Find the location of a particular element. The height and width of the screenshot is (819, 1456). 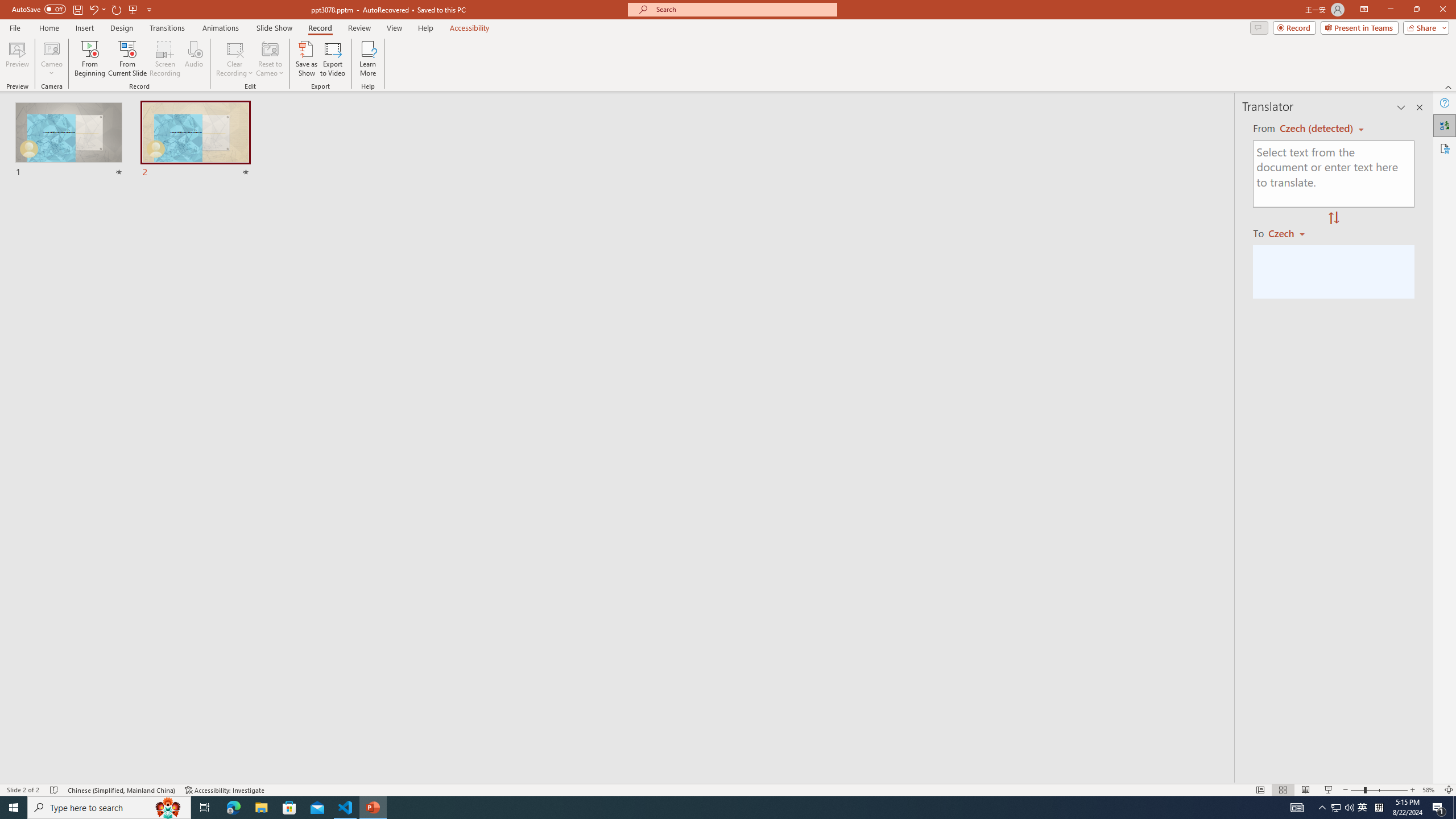

'Czech' is located at coordinates (1291, 233).